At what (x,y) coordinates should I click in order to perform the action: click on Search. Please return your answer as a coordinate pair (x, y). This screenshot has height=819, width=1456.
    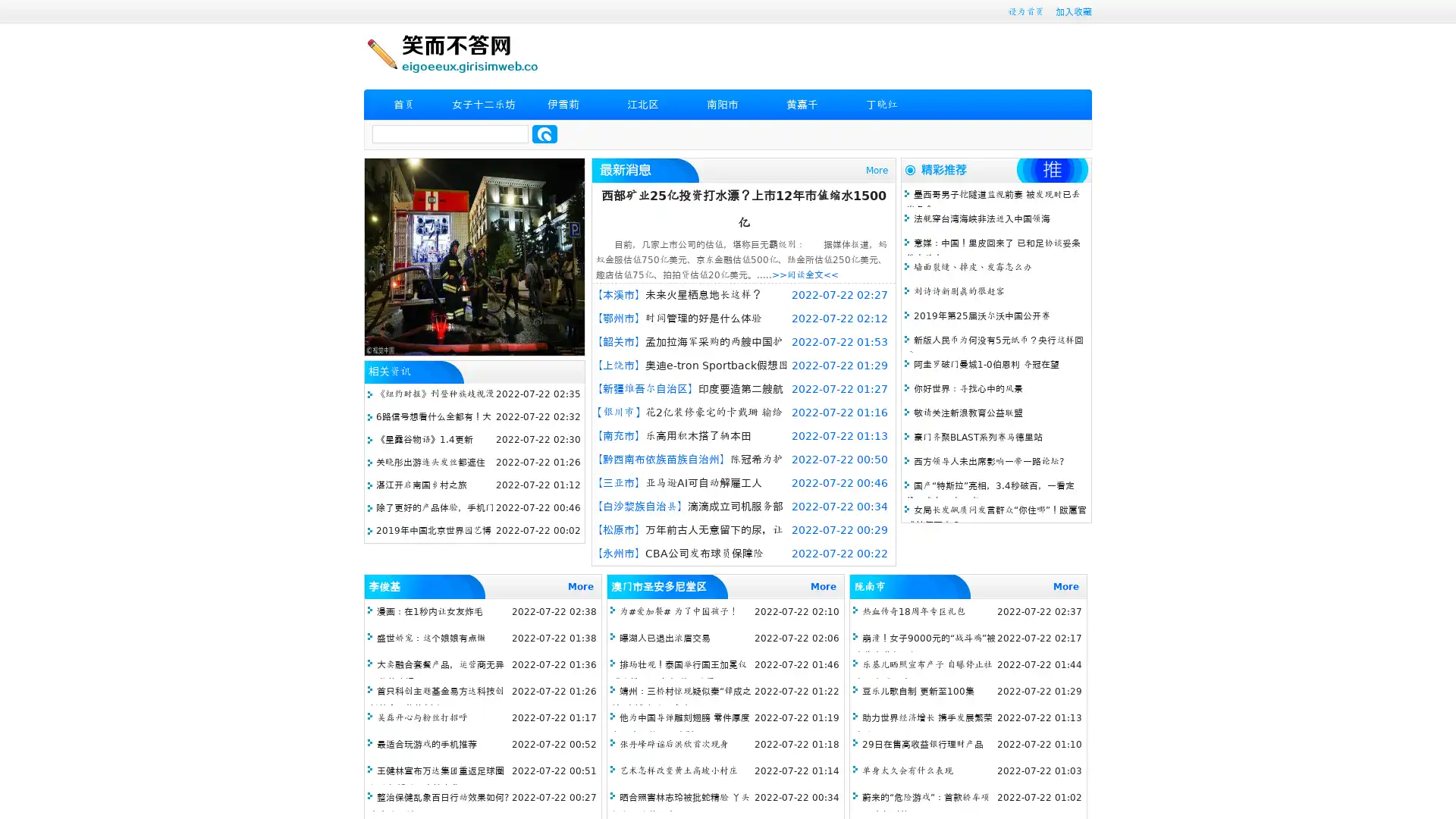
    Looking at the image, I should click on (544, 133).